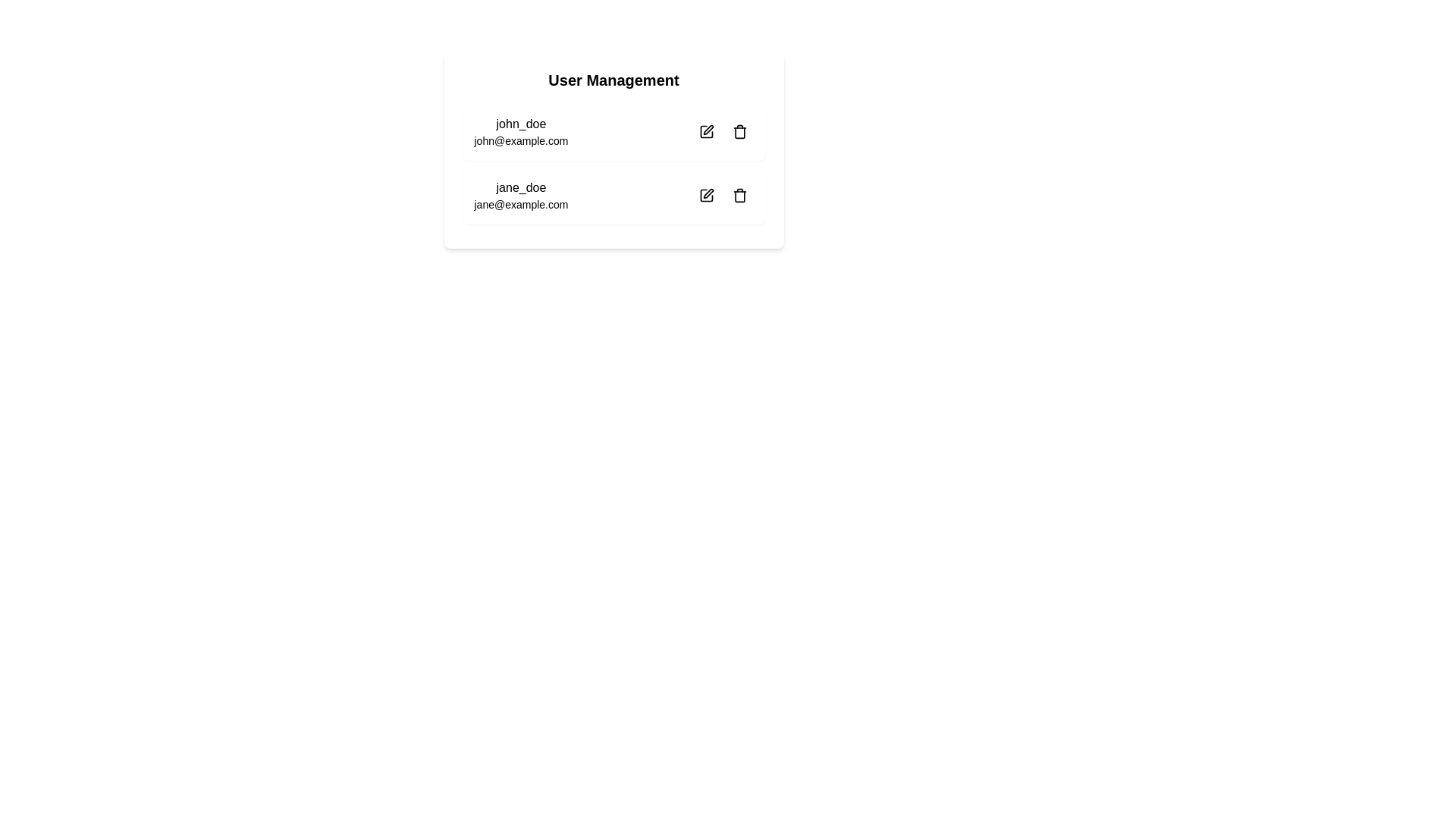 Image resolution: width=1456 pixels, height=819 pixels. I want to click on the delete button located to the right of the user entry for 'jane_doe', so click(739, 195).